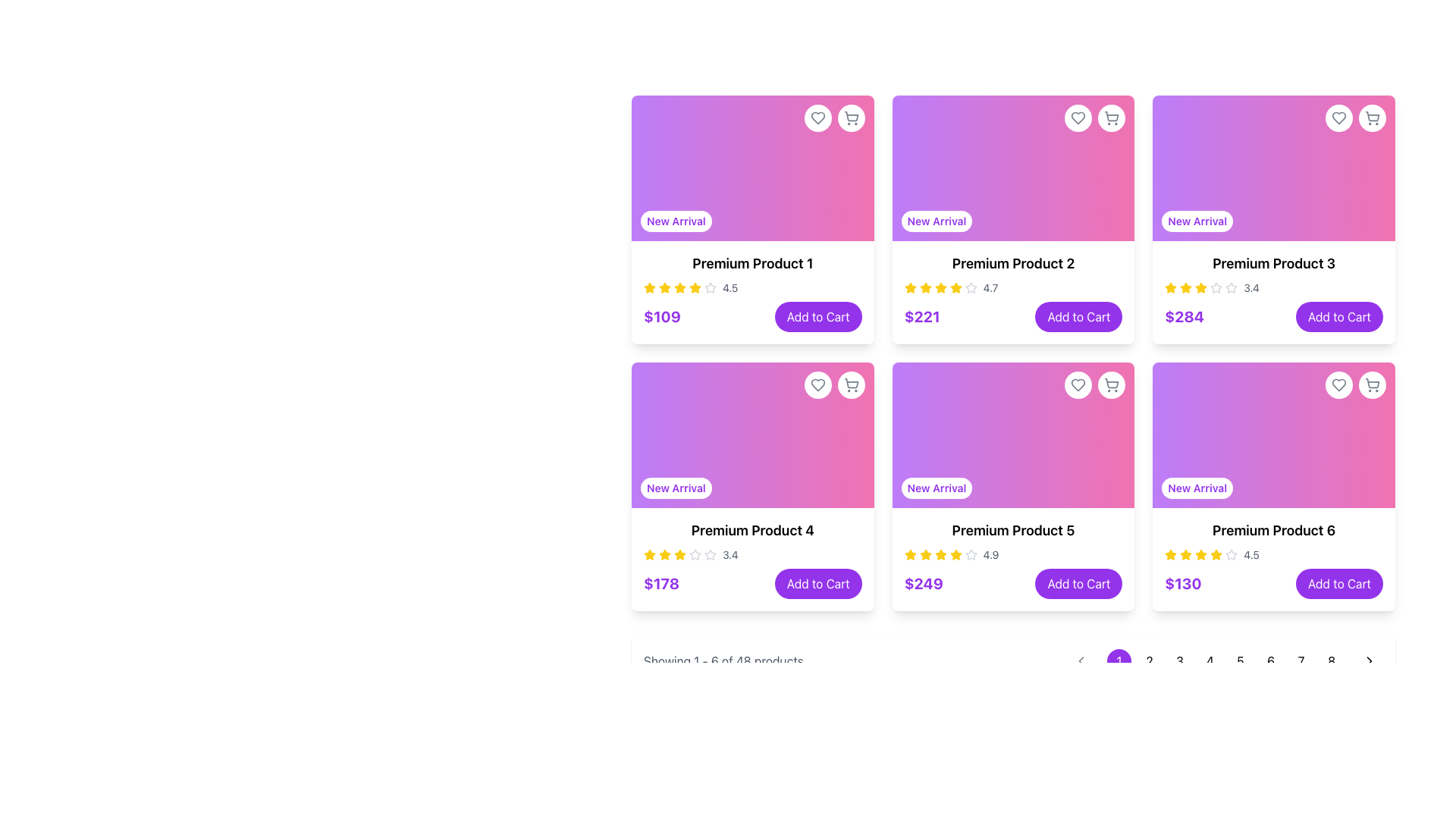 The image size is (1456, 819). What do you see at coordinates (1013, 435) in the screenshot?
I see `associated metadata of the Decorative product badge located in the fifth item of the second row in the product grid` at bounding box center [1013, 435].